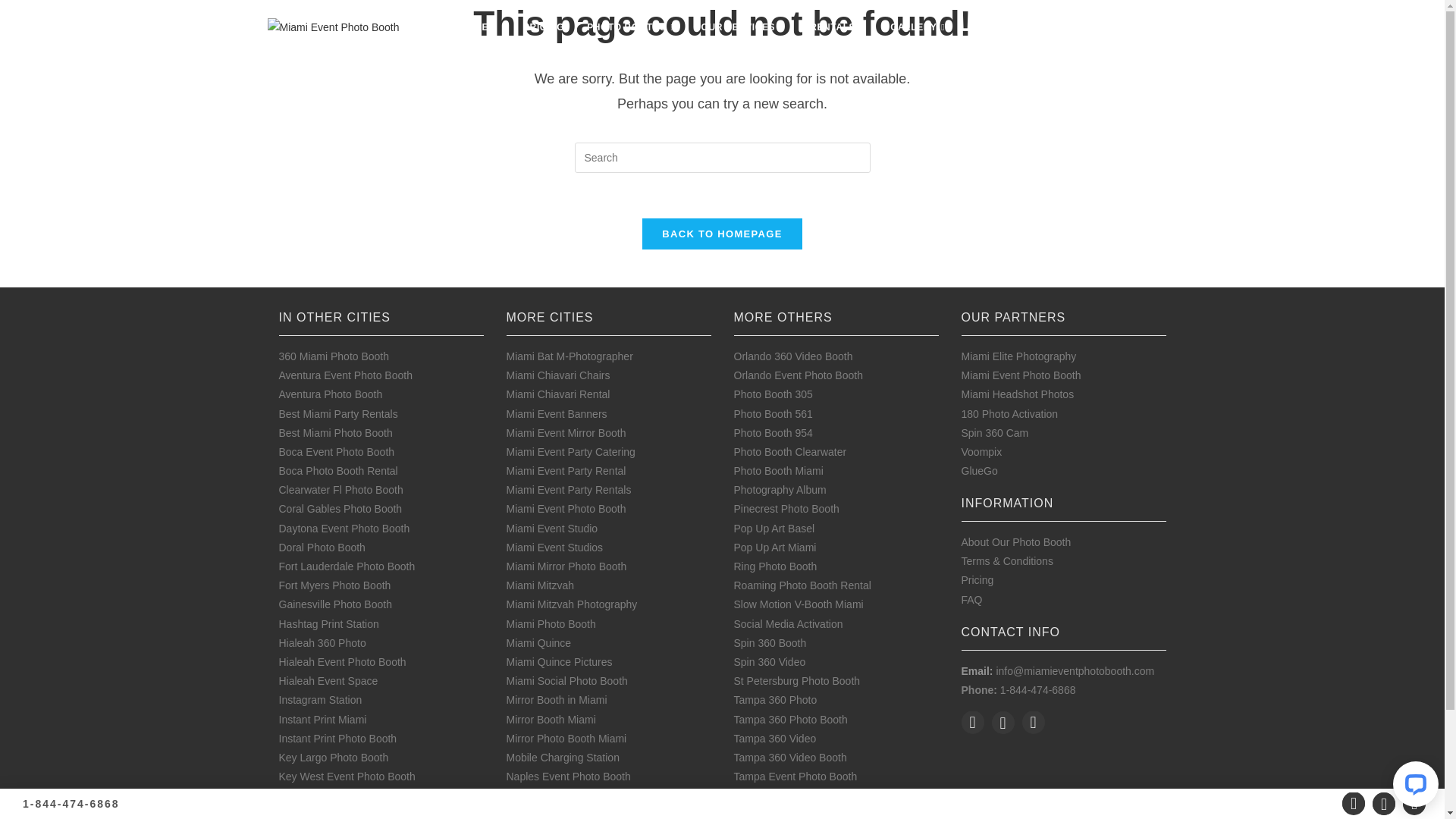 The image size is (1456, 819). I want to click on 'Boca Photo Booth Rental', so click(337, 470).